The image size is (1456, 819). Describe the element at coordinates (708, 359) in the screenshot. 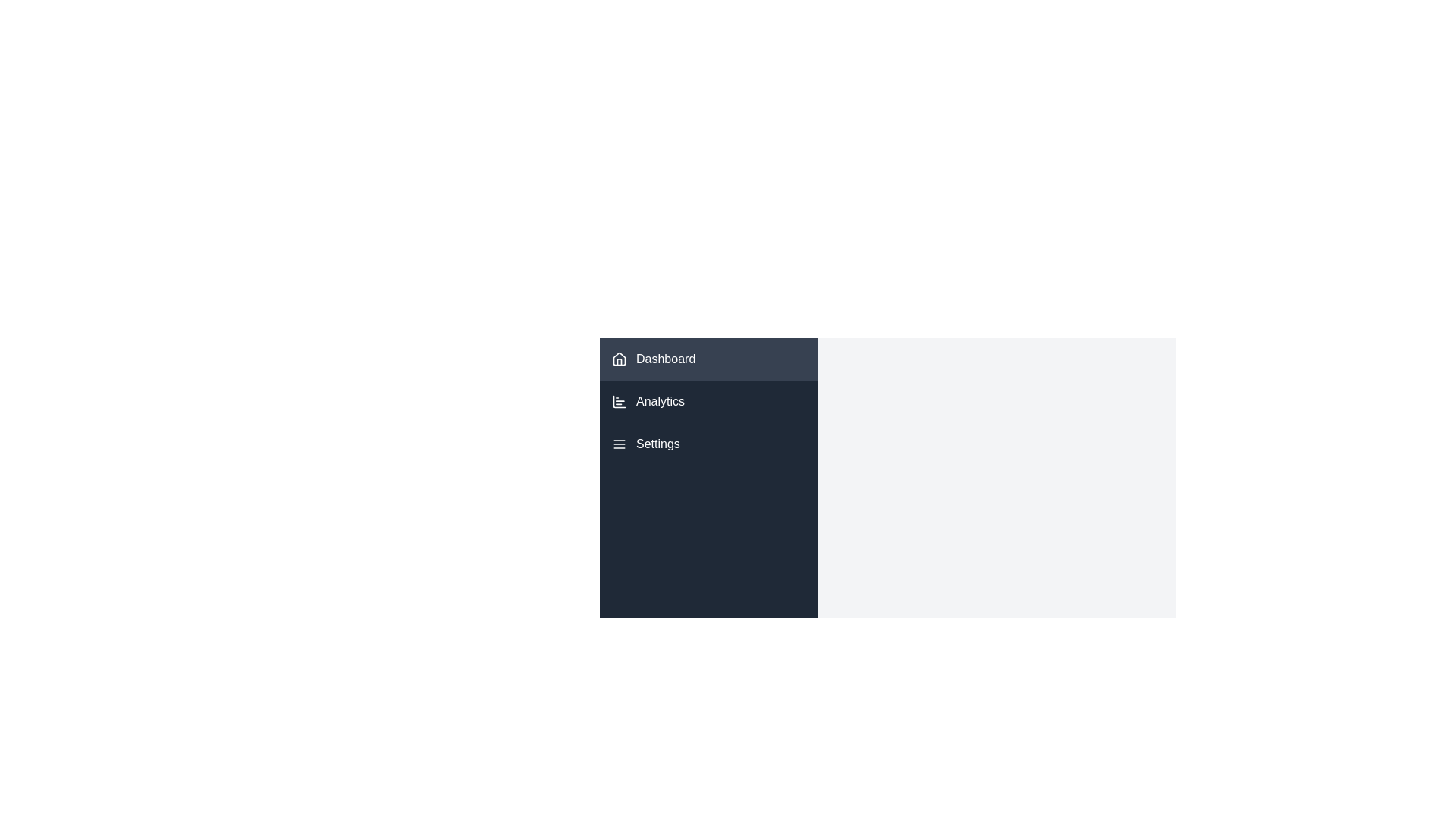

I see `the 'Dashboard' button located in the vertical menu on the left panel of the interface` at that location.